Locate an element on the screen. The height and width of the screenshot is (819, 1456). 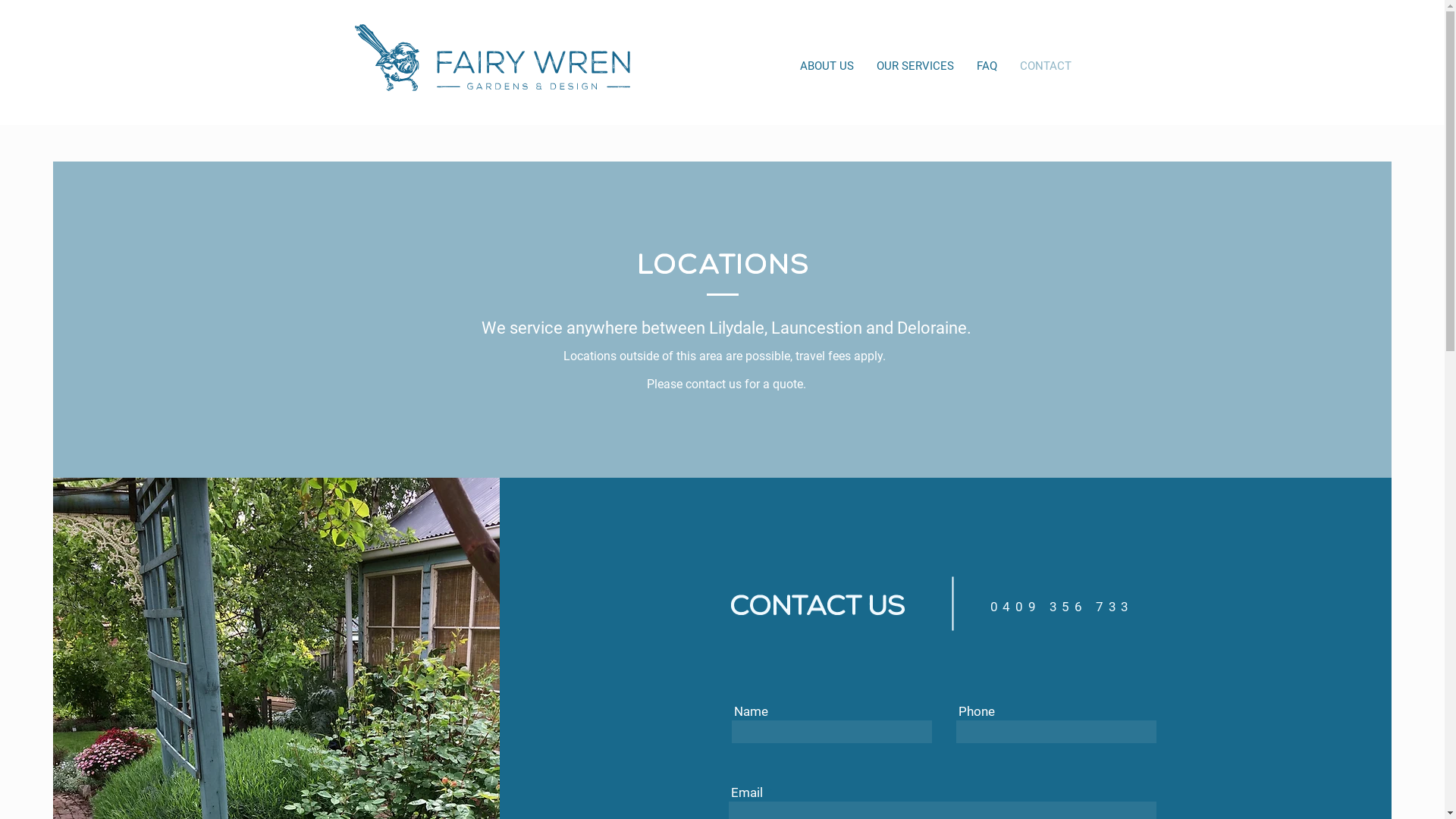
'OUR SERVICES' is located at coordinates (865, 65).